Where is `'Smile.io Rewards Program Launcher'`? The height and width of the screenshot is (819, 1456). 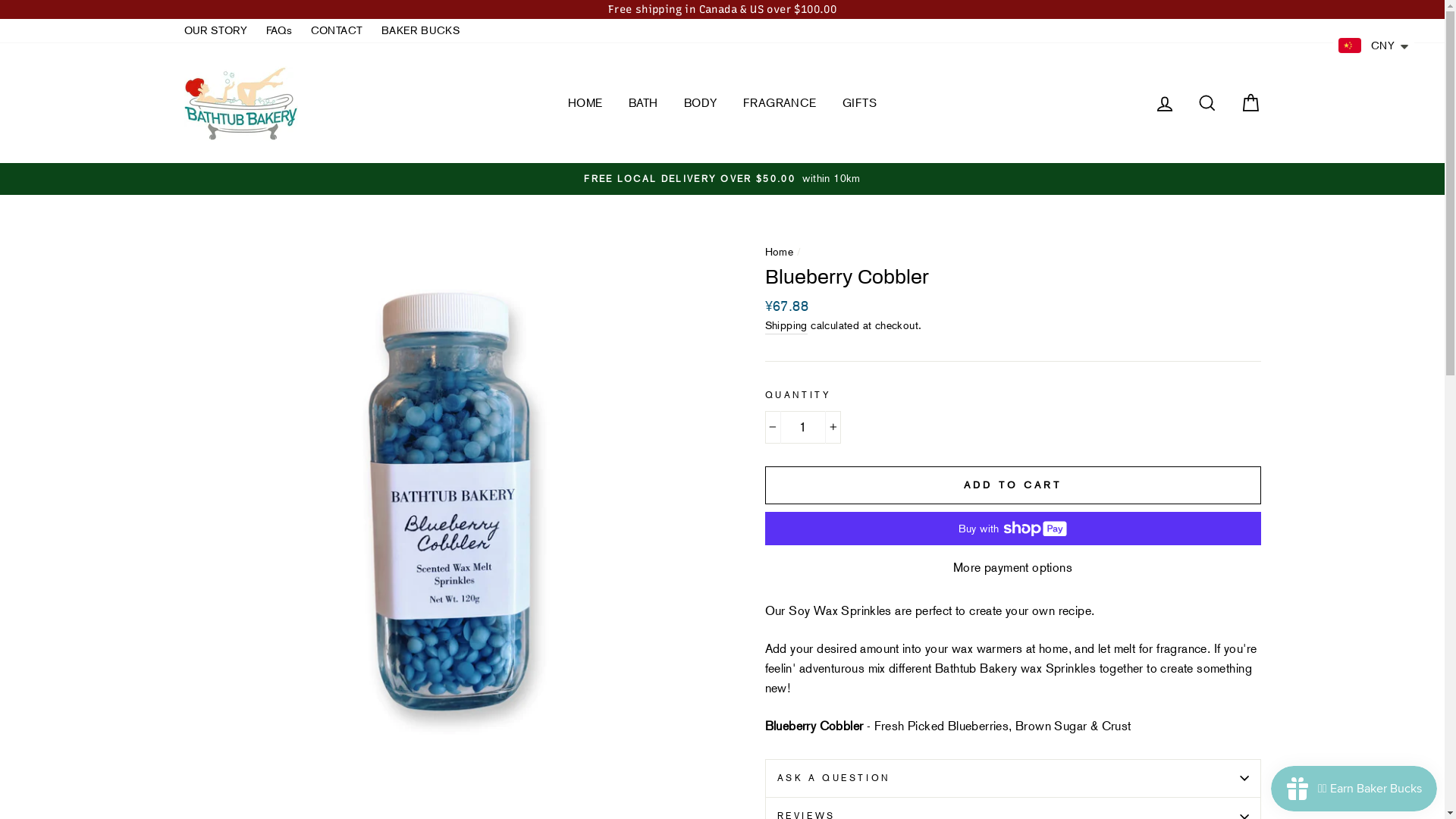 'Smile.io Rewards Program Launcher' is located at coordinates (1354, 788).